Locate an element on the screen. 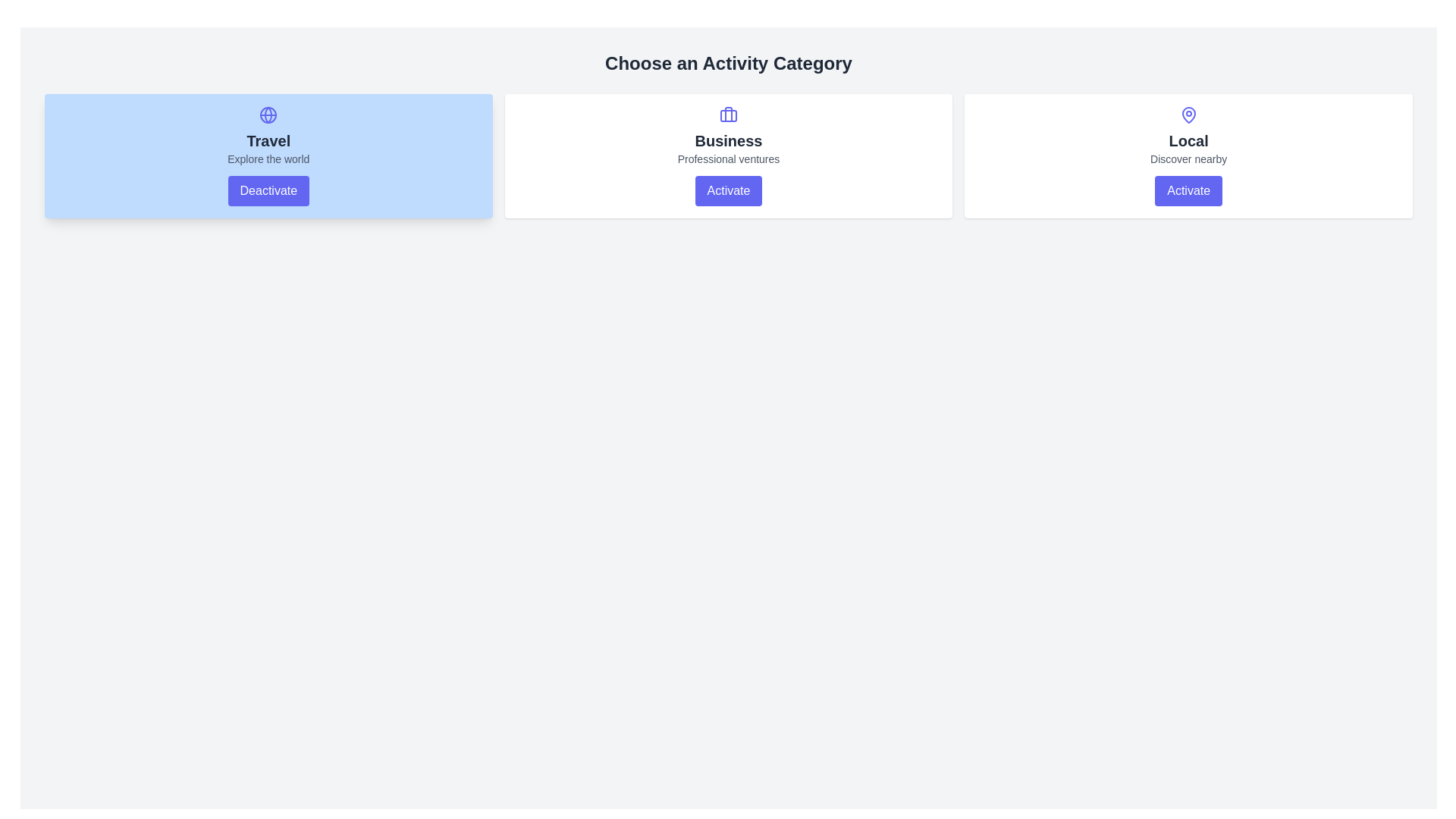 This screenshot has height=819, width=1456. the text label reading 'Discover nearby' which is styled in small, gray font and positioned under the 'Local' title and above the blue 'Activate' button is located at coordinates (1188, 158).